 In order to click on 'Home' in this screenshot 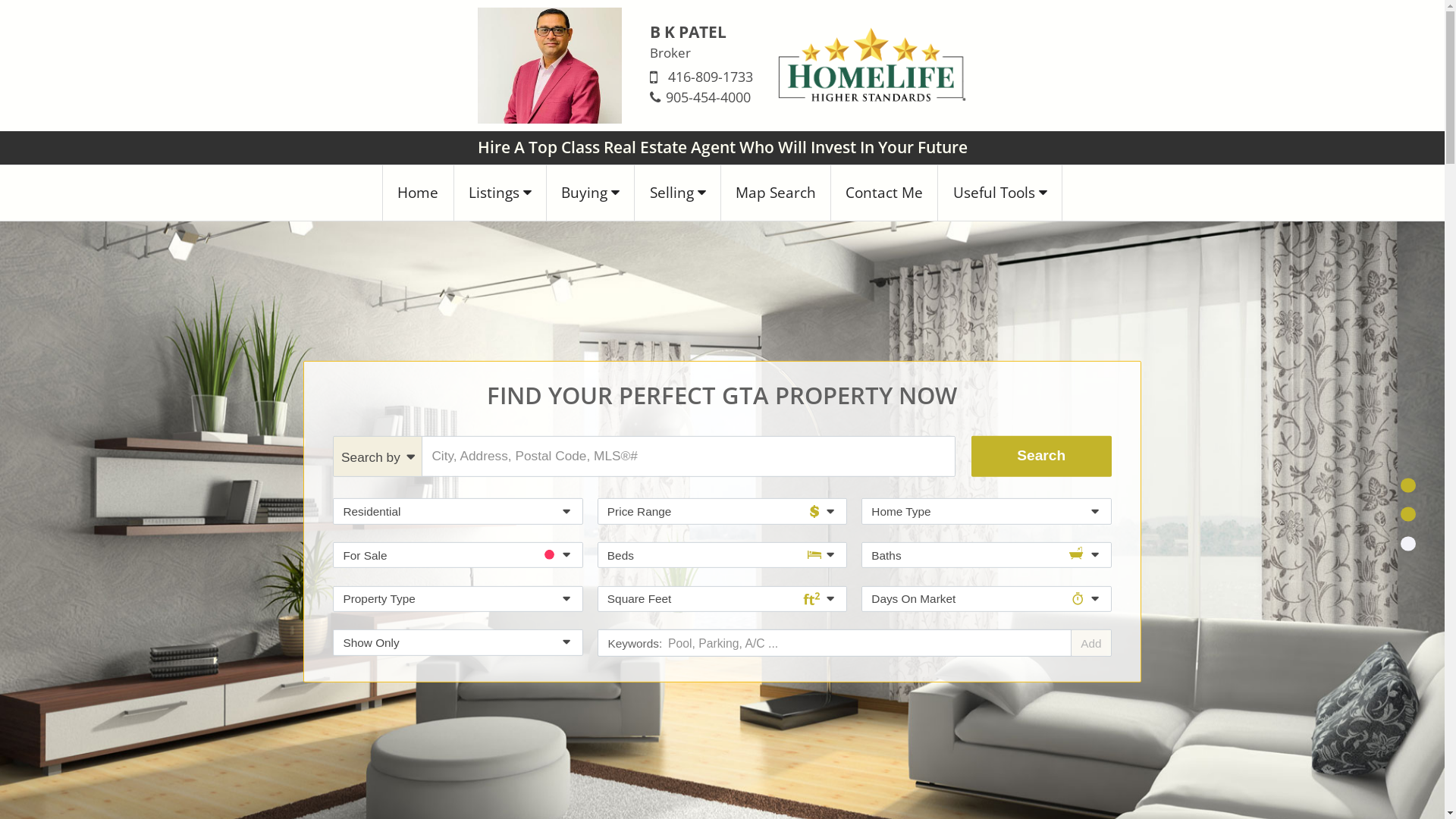, I will do `click(382, 192)`.